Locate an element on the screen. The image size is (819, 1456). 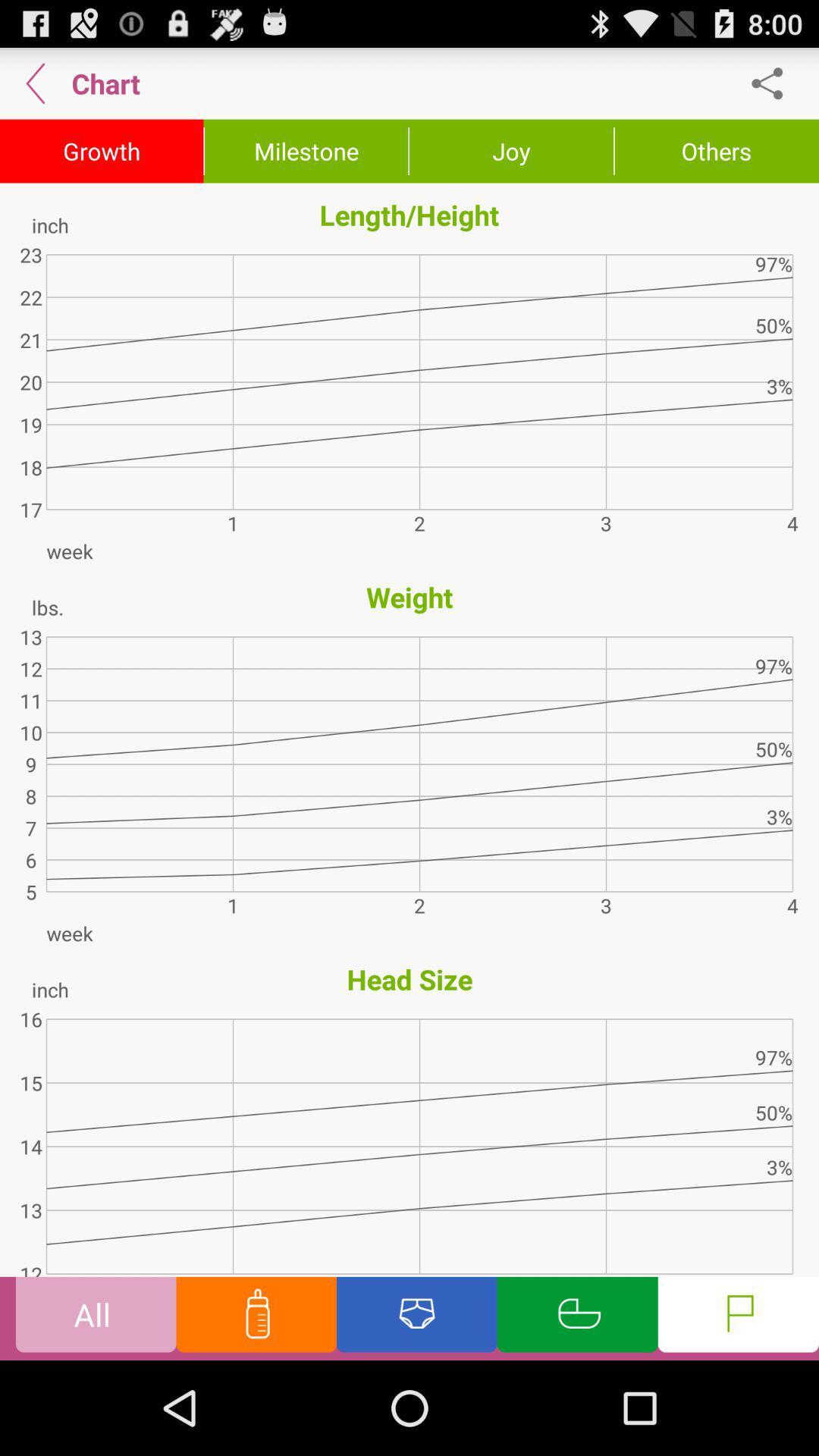
the second icon from right most bottom of the page is located at coordinates (578, 1317).